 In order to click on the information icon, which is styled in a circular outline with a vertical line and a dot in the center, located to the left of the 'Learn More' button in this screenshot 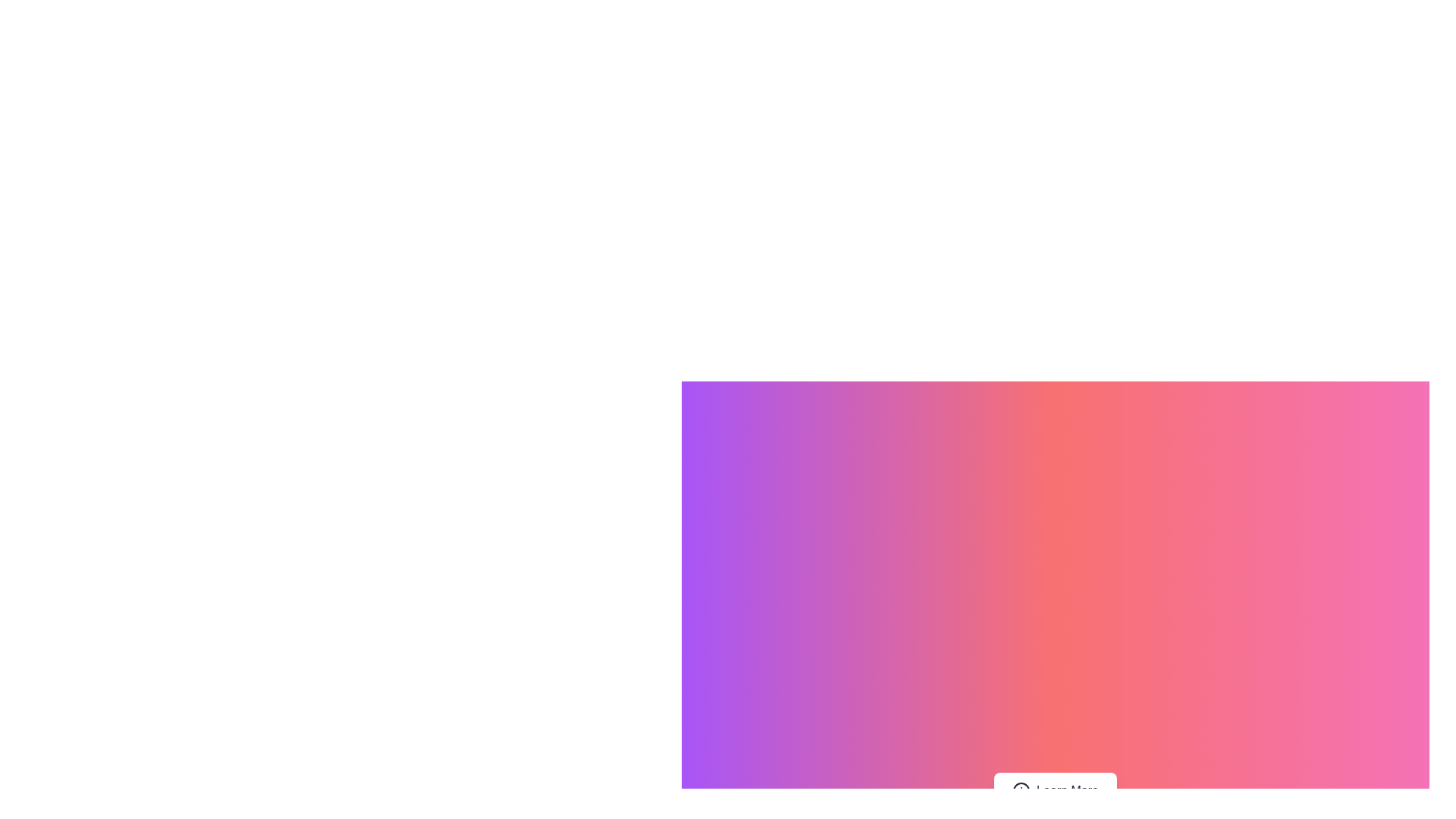, I will do `click(1021, 789)`.